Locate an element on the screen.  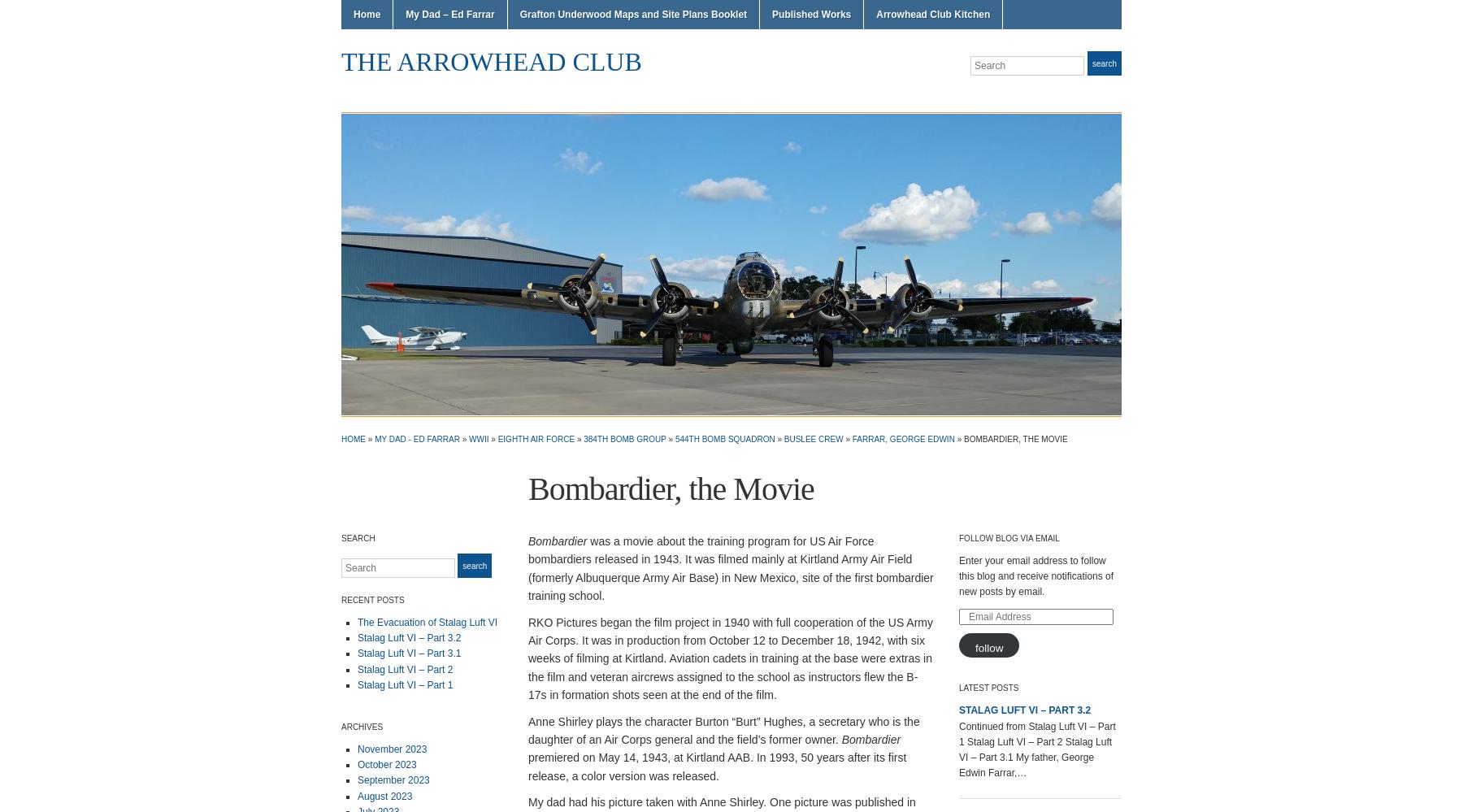
'Recent Posts' is located at coordinates (371, 599).